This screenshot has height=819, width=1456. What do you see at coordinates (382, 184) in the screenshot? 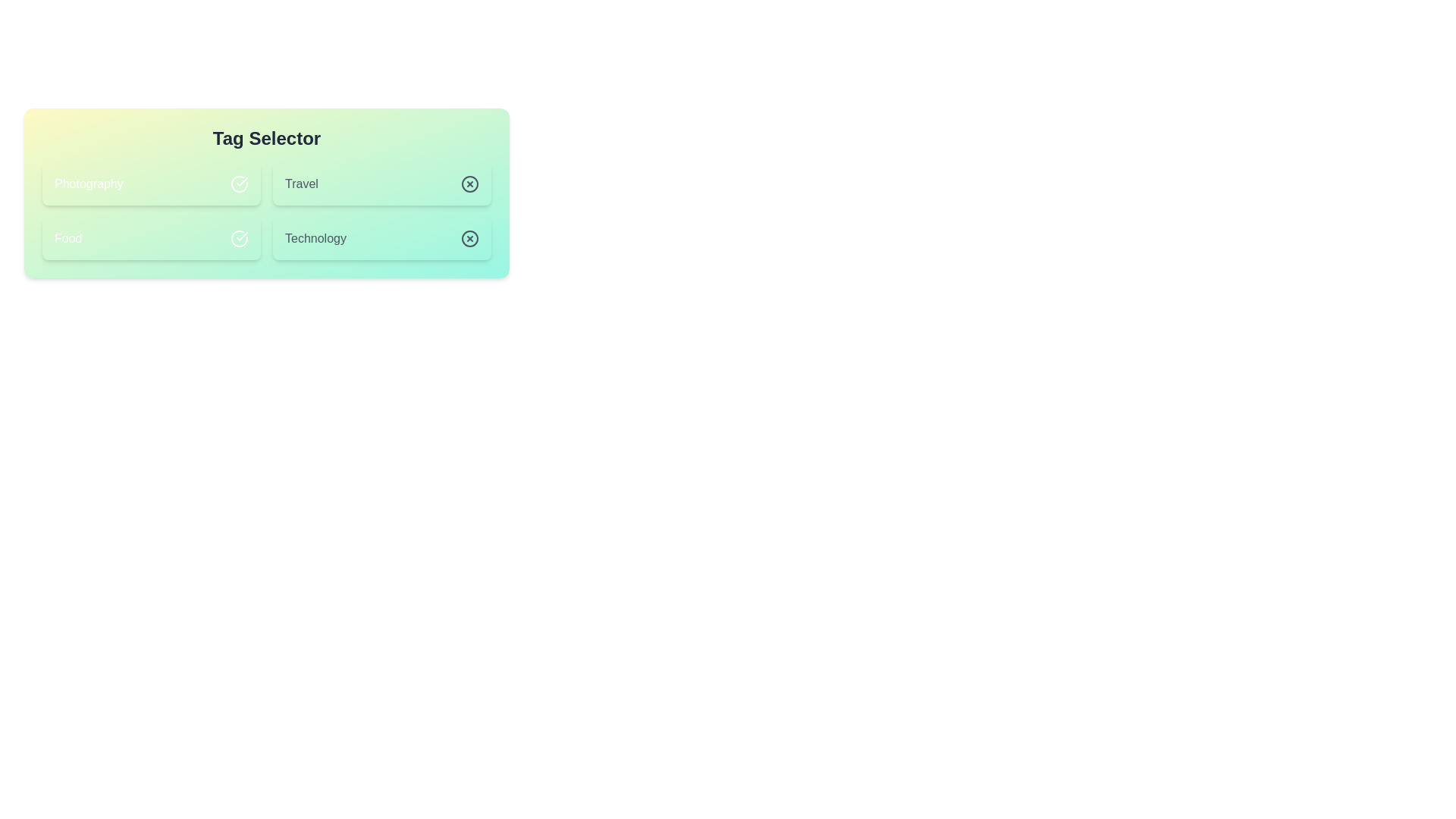
I see `the tag labeled Travel to toggle its active state` at bounding box center [382, 184].